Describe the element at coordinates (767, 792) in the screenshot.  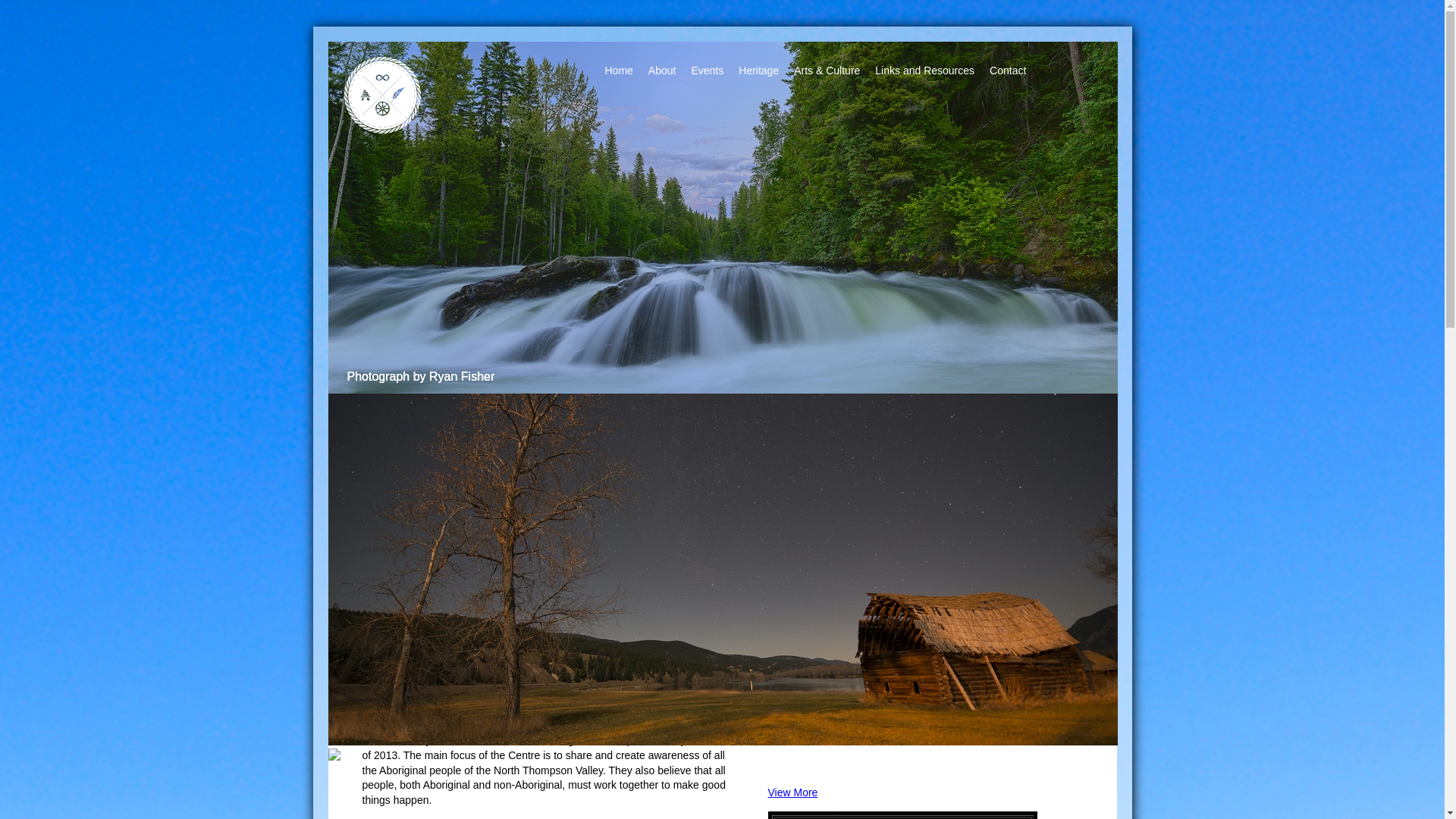
I see `'View More'` at that location.